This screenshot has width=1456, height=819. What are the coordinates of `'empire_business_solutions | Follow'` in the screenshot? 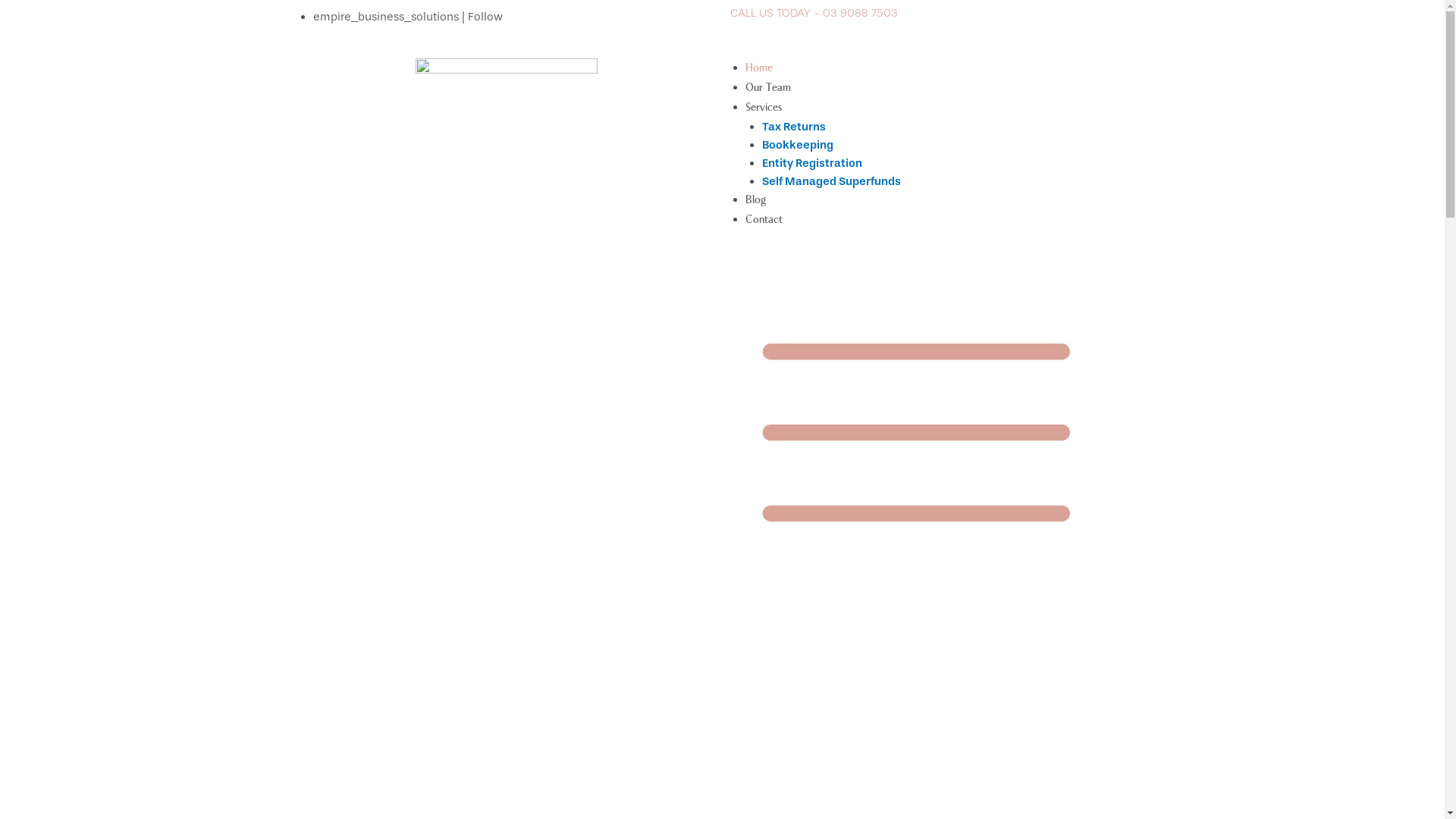 It's located at (407, 17).